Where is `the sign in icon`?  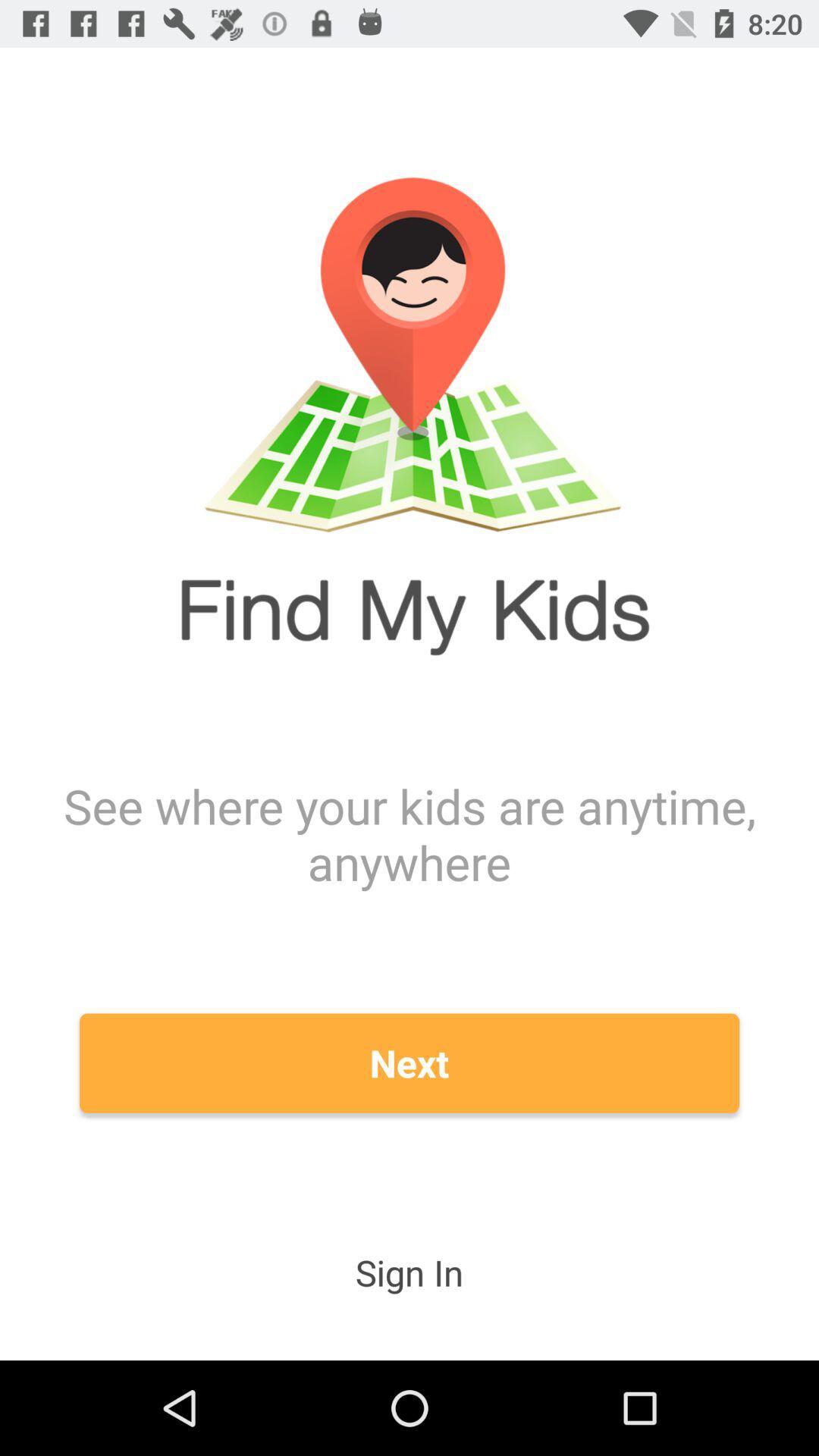 the sign in icon is located at coordinates (409, 1272).